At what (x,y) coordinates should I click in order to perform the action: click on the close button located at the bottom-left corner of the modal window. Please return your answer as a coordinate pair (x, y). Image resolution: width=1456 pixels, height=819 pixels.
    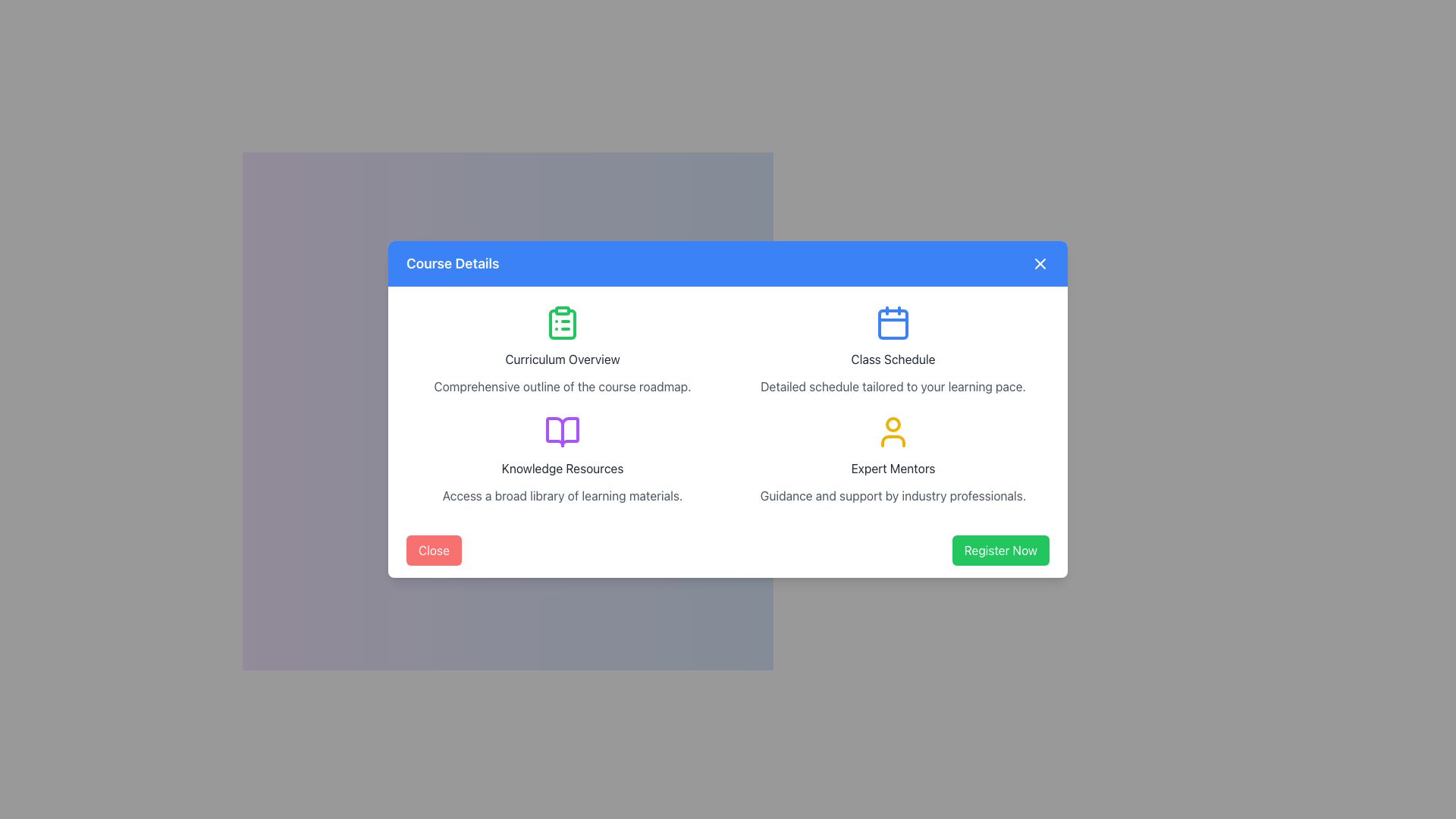
    Looking at the image, I should click on (432, 550).